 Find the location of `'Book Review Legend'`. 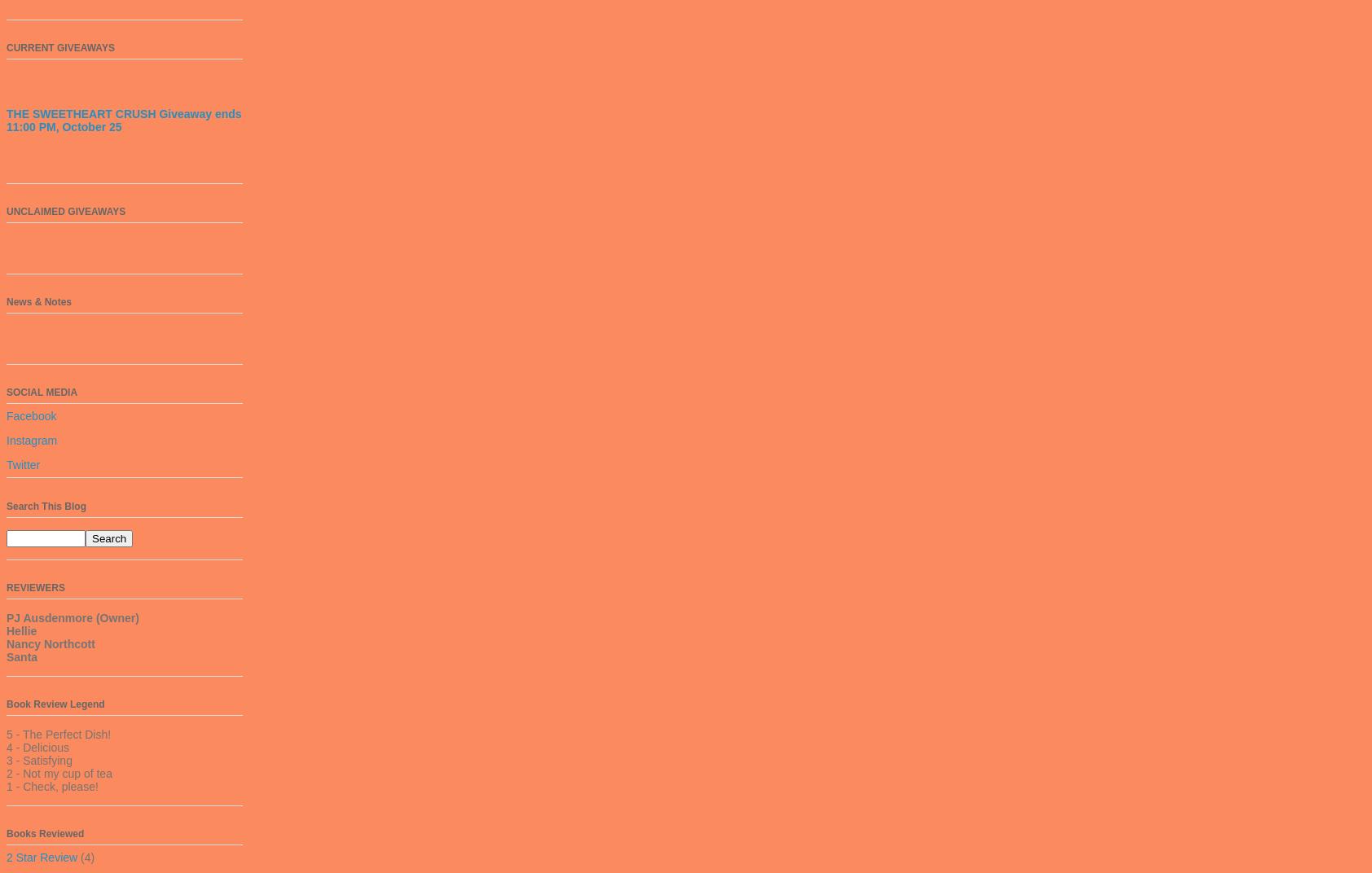

'Book Review Legend' is located at coordinates (55, 703).